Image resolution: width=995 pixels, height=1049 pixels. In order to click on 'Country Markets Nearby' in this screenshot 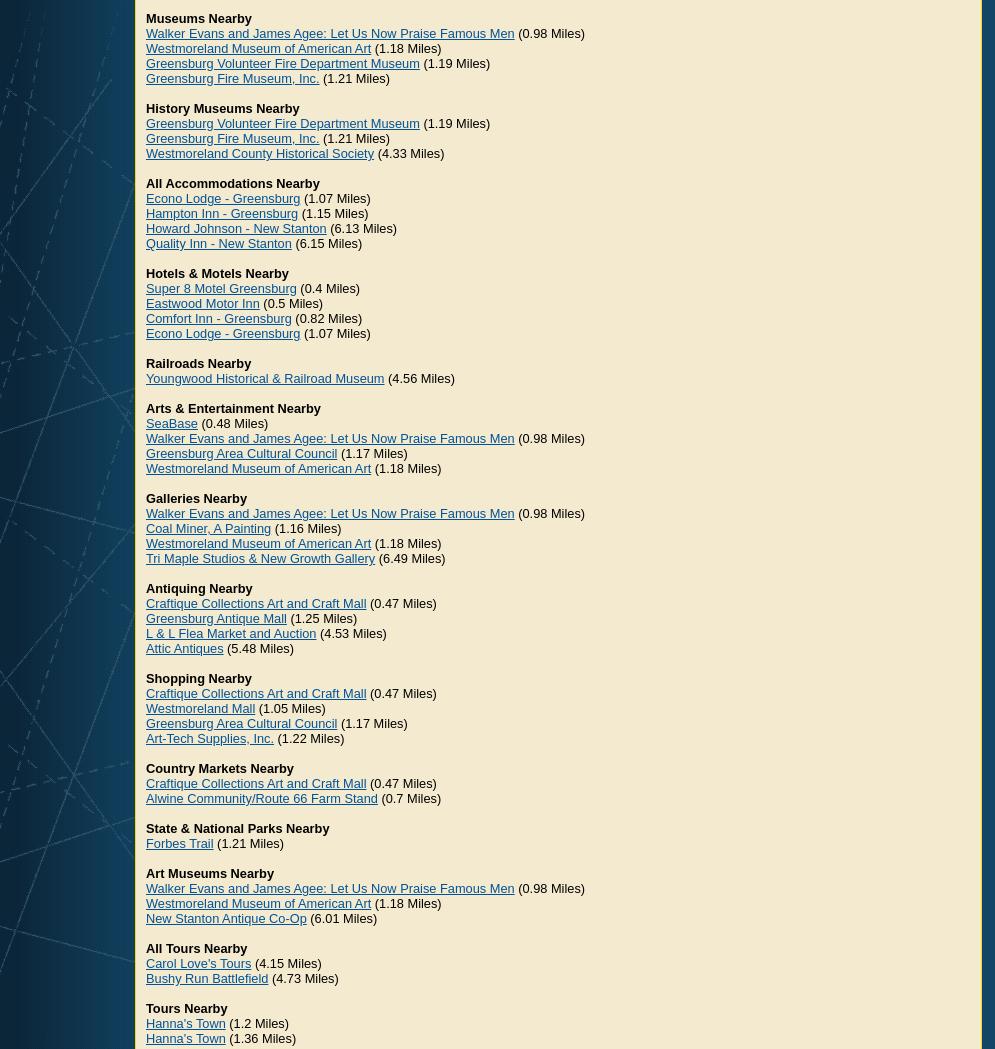, I will do `click(218, 768)`.